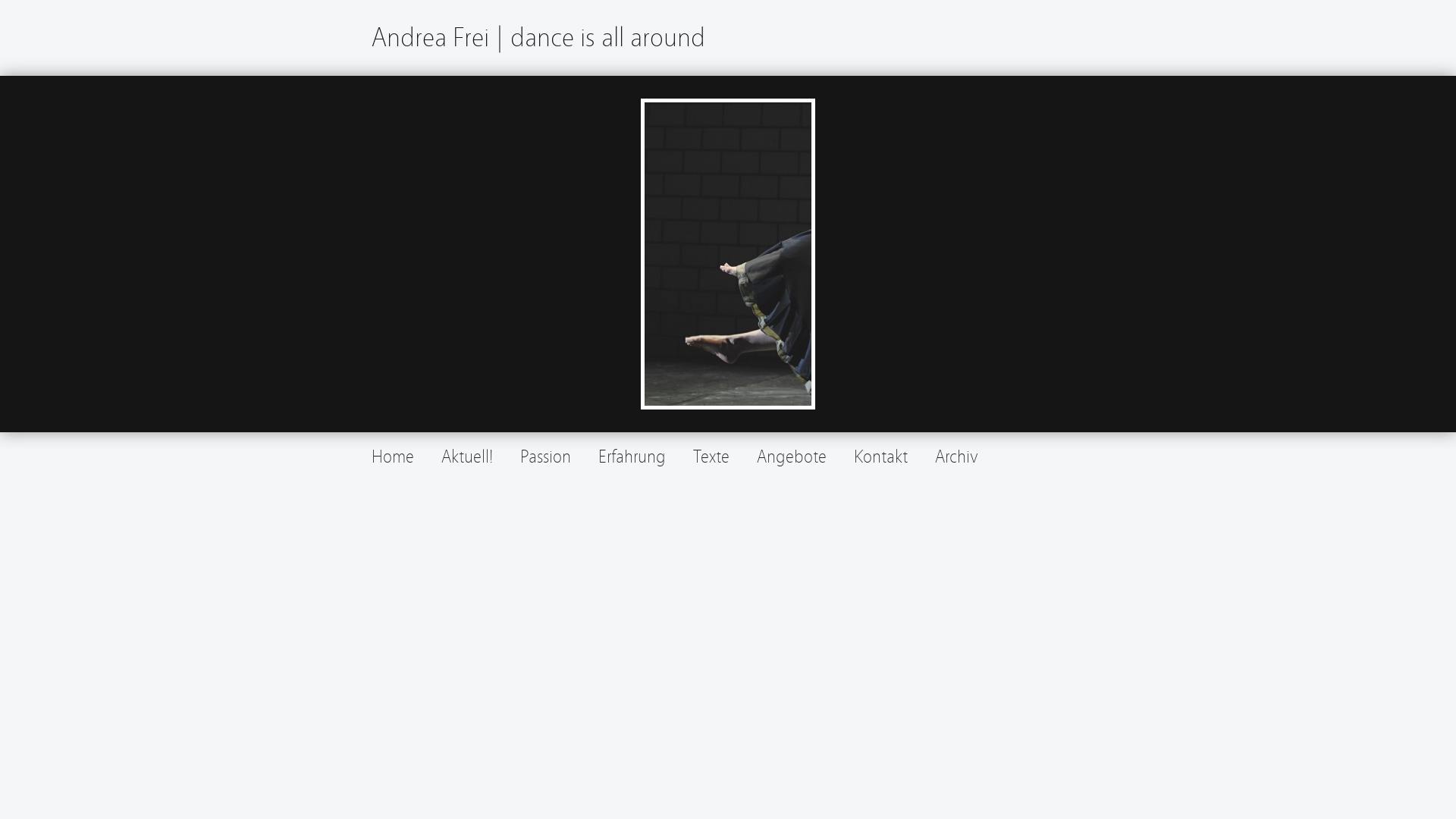  Describe the element at coordinates (440, 456) in the screenshot. I see `'Aktuell!'` at that location.